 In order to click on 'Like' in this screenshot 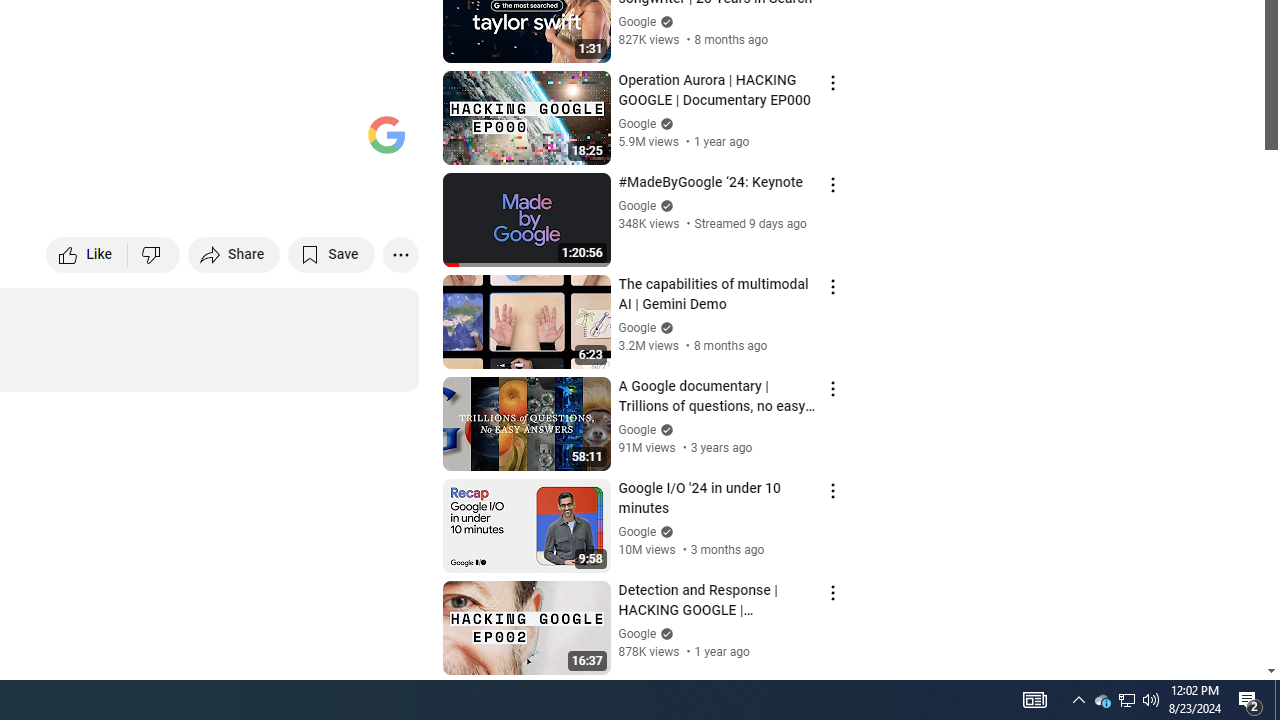, I will do `click(86, 253)`.